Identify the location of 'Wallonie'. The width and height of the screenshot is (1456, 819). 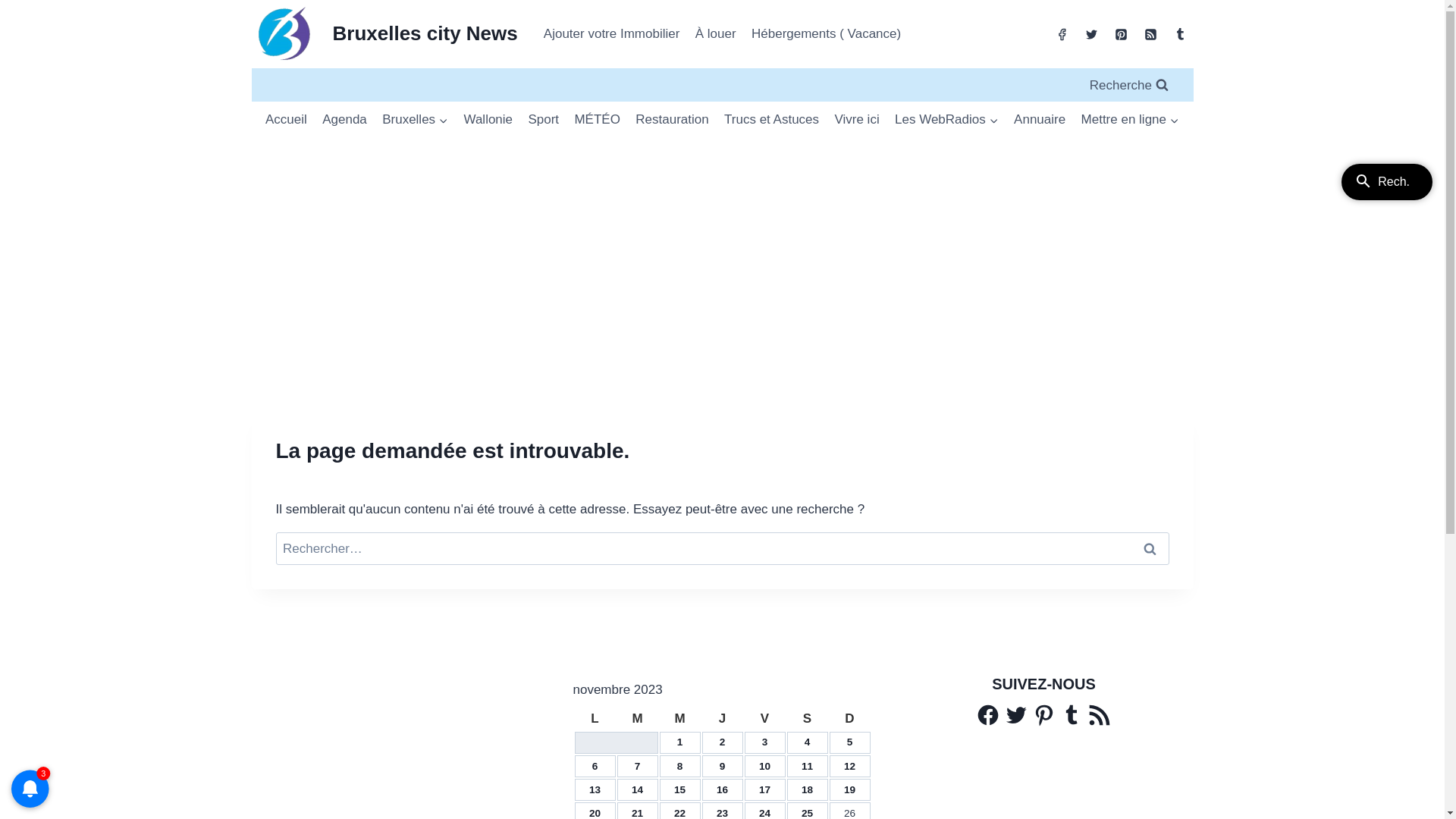
(488, 119).